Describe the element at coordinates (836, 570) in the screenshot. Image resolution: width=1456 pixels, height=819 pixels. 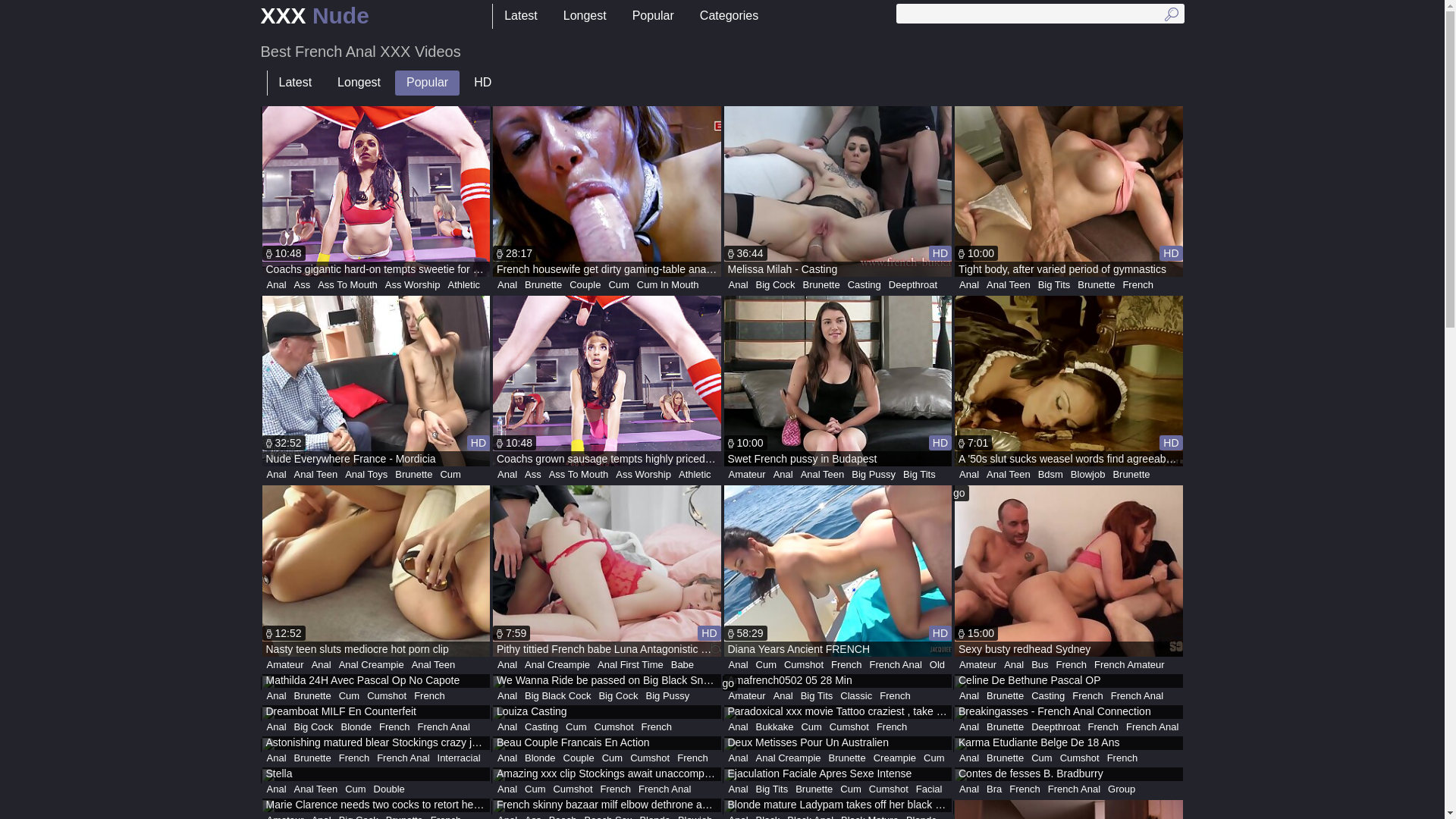
I see `'Diana Years Ancient FRENCH` at that location.